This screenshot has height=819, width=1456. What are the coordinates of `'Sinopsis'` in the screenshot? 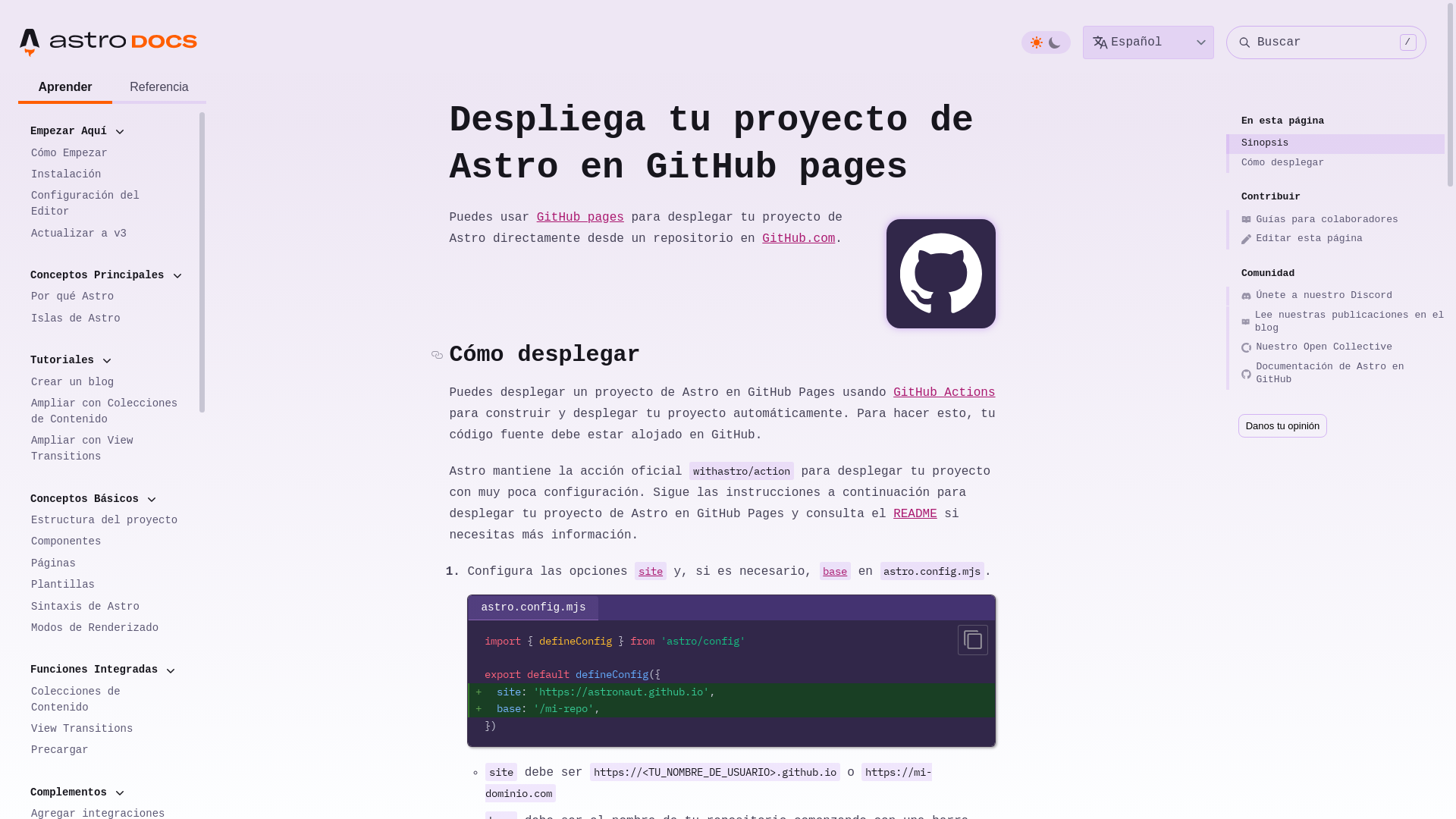 It's located at (1335, 143).